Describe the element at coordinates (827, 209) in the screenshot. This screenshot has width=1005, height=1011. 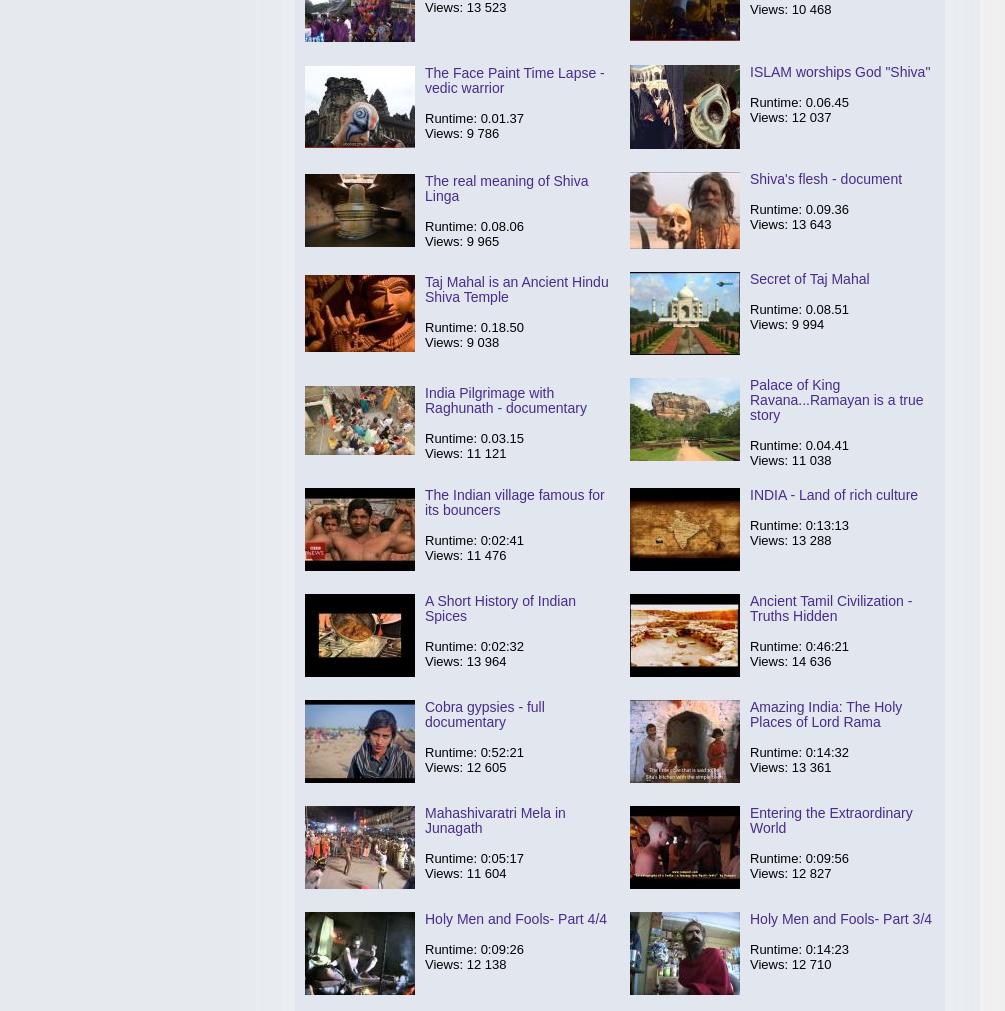
I see `'0.09.36'` at that location.